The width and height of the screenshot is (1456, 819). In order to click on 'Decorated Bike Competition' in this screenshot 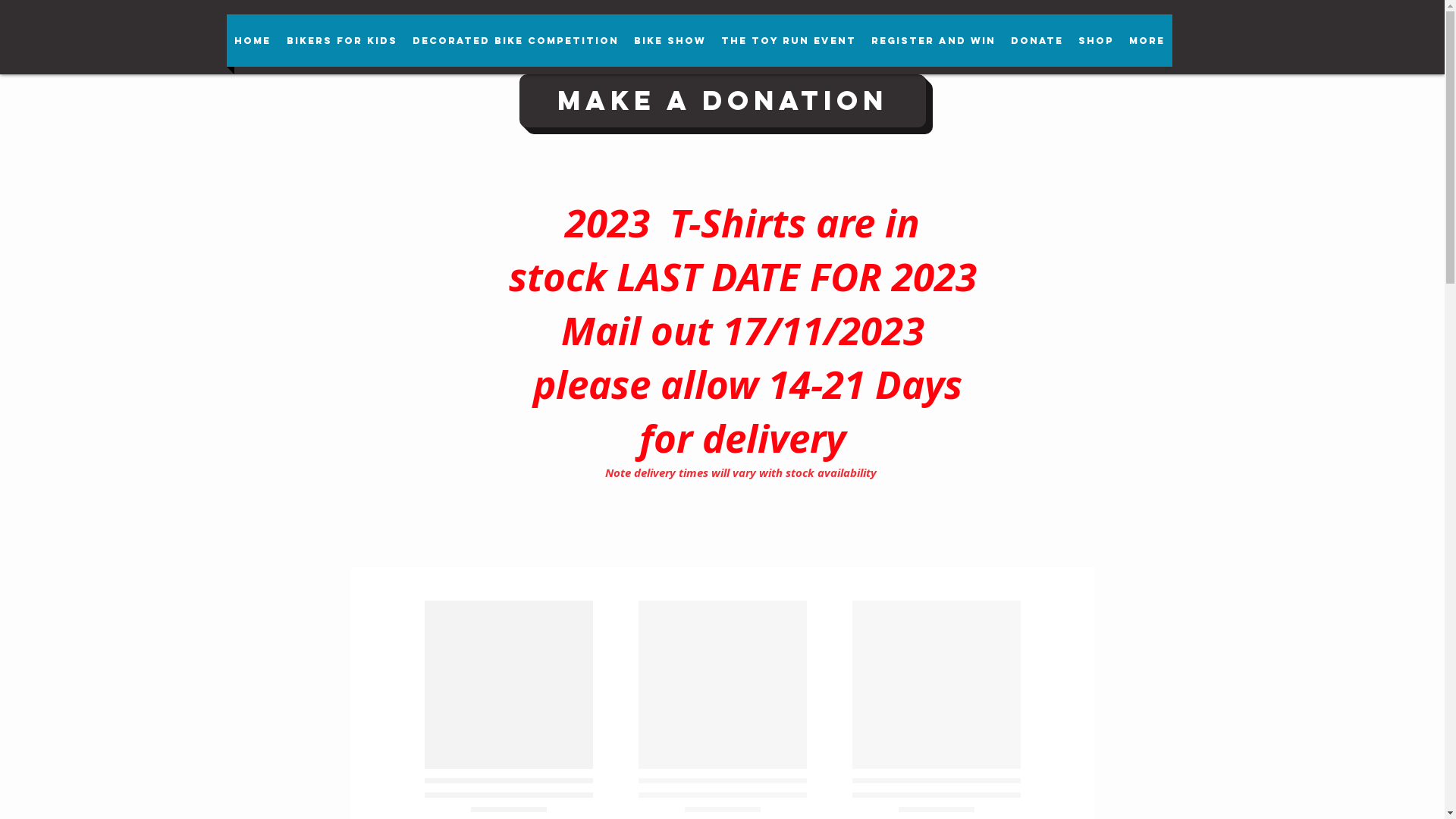, I will do `click(516, 39)`.